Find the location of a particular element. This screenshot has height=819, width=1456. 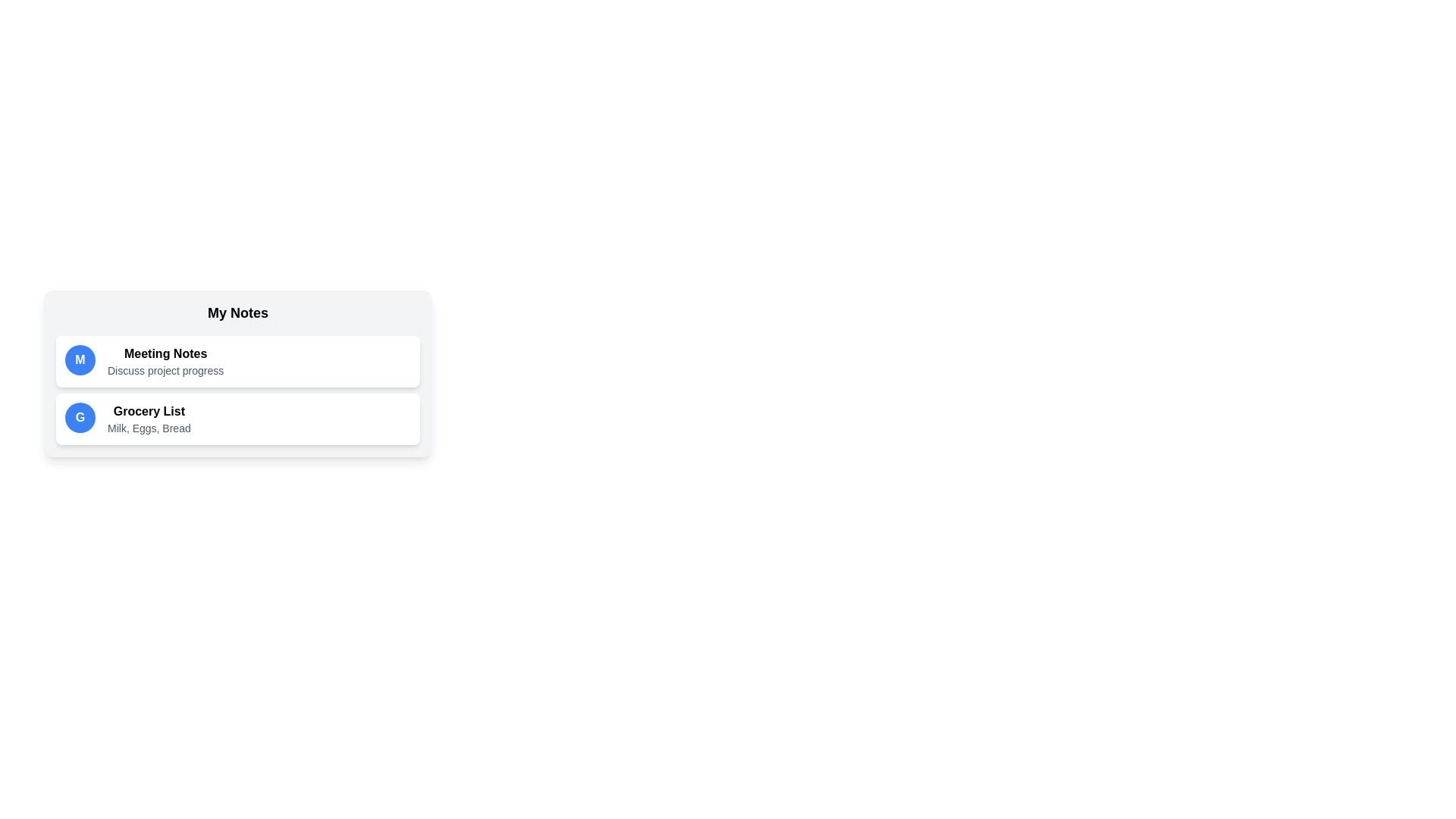

the description of the note titled 'Meeting Notes' to edit it is located at coordinates (165, 371).